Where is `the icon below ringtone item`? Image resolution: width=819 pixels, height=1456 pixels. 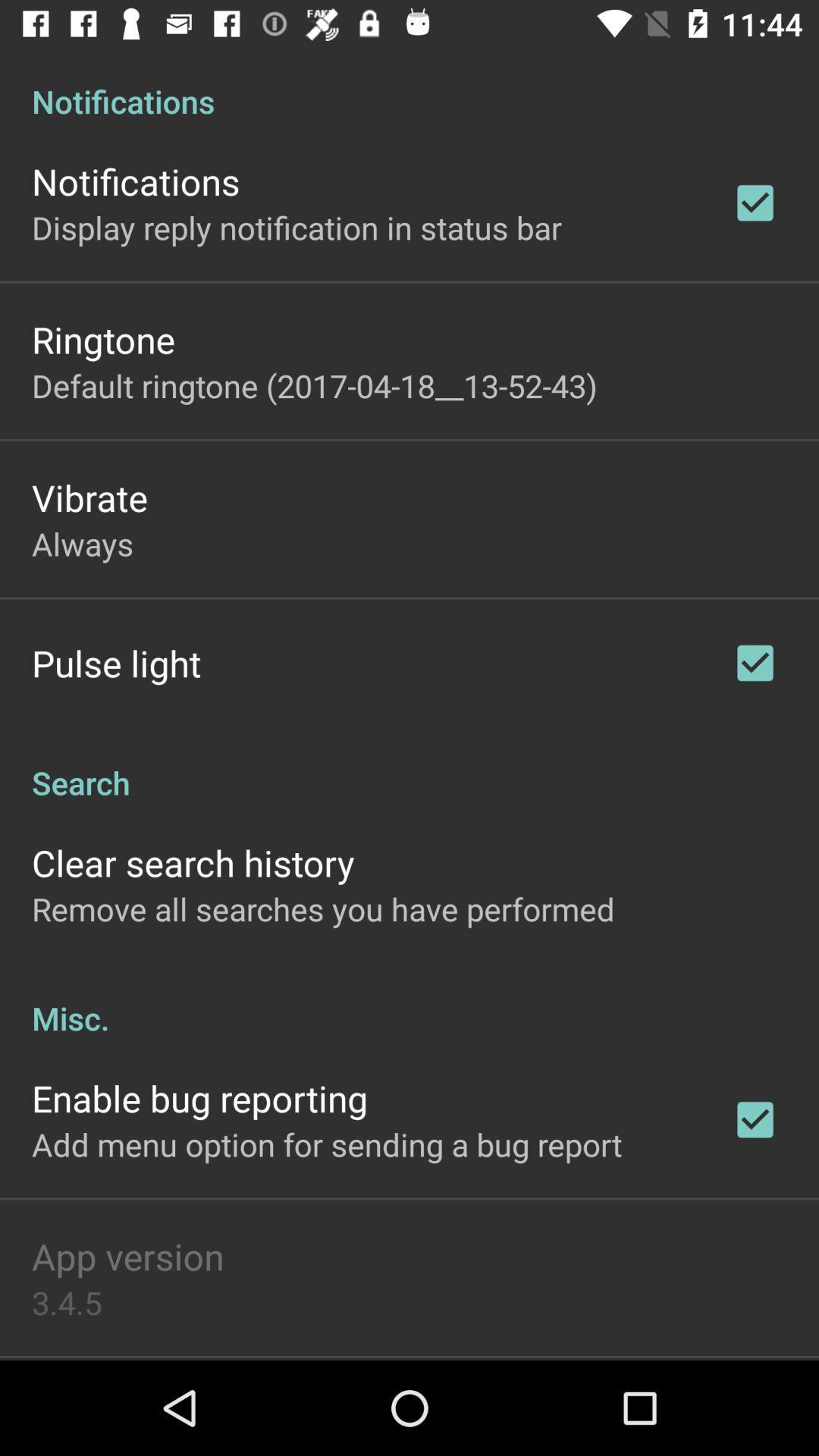 the icon below ringtone item is located at coordinates (313, 385).